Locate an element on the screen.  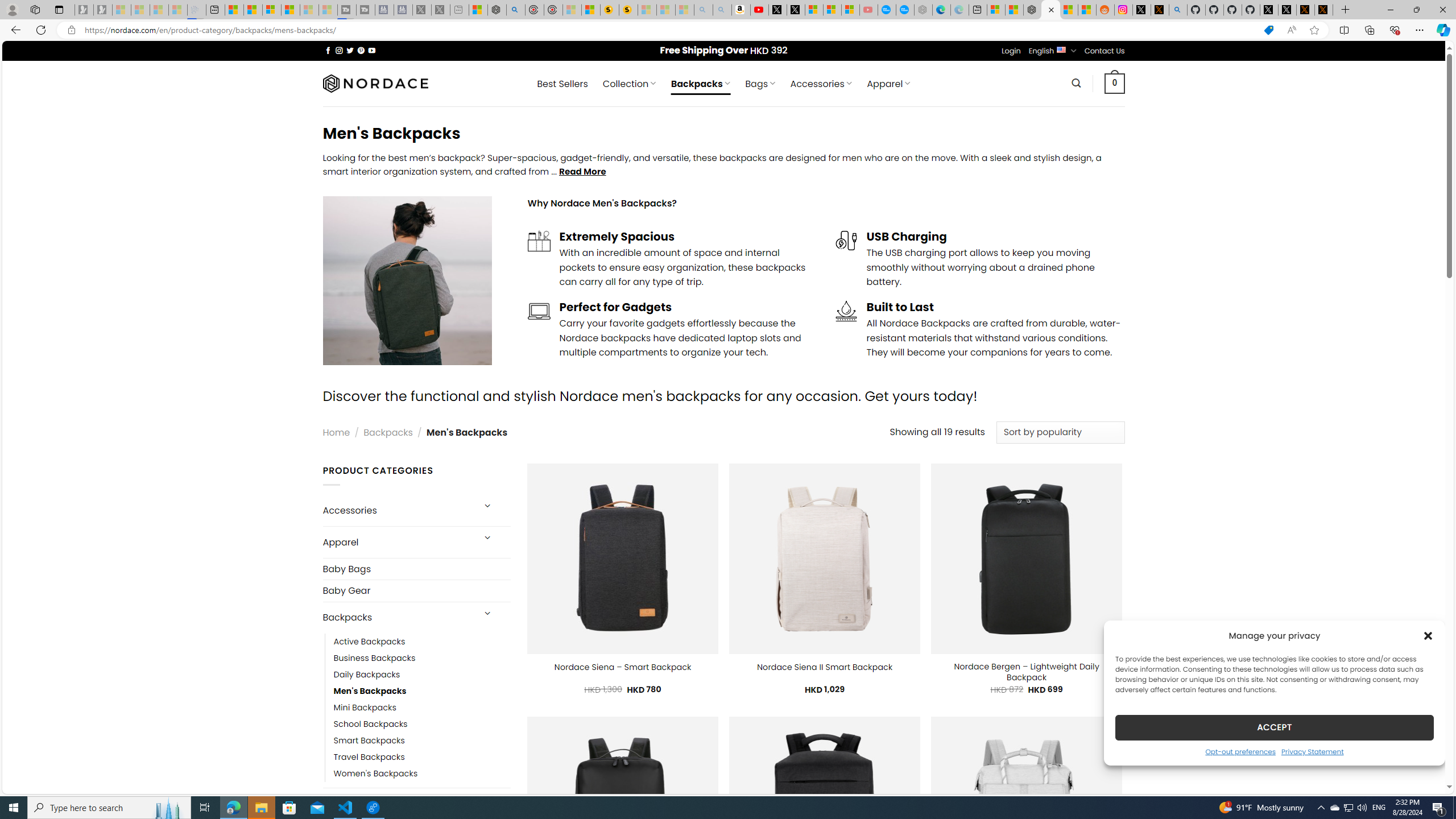
'Follow on Facebook' is located at coordinates (328, 50).